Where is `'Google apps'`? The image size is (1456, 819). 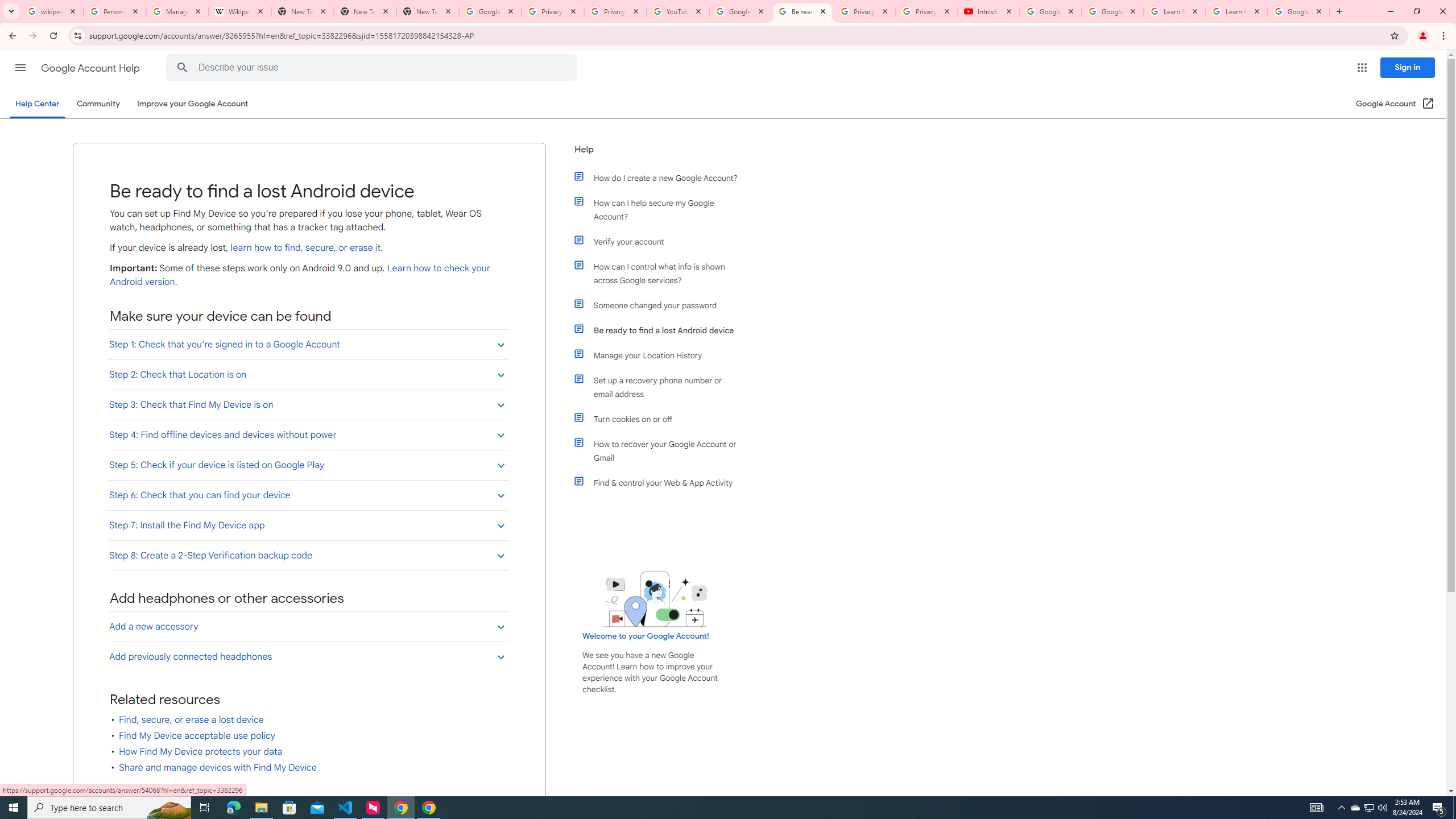
'Google apps' is located at coordinates (1361, 67).